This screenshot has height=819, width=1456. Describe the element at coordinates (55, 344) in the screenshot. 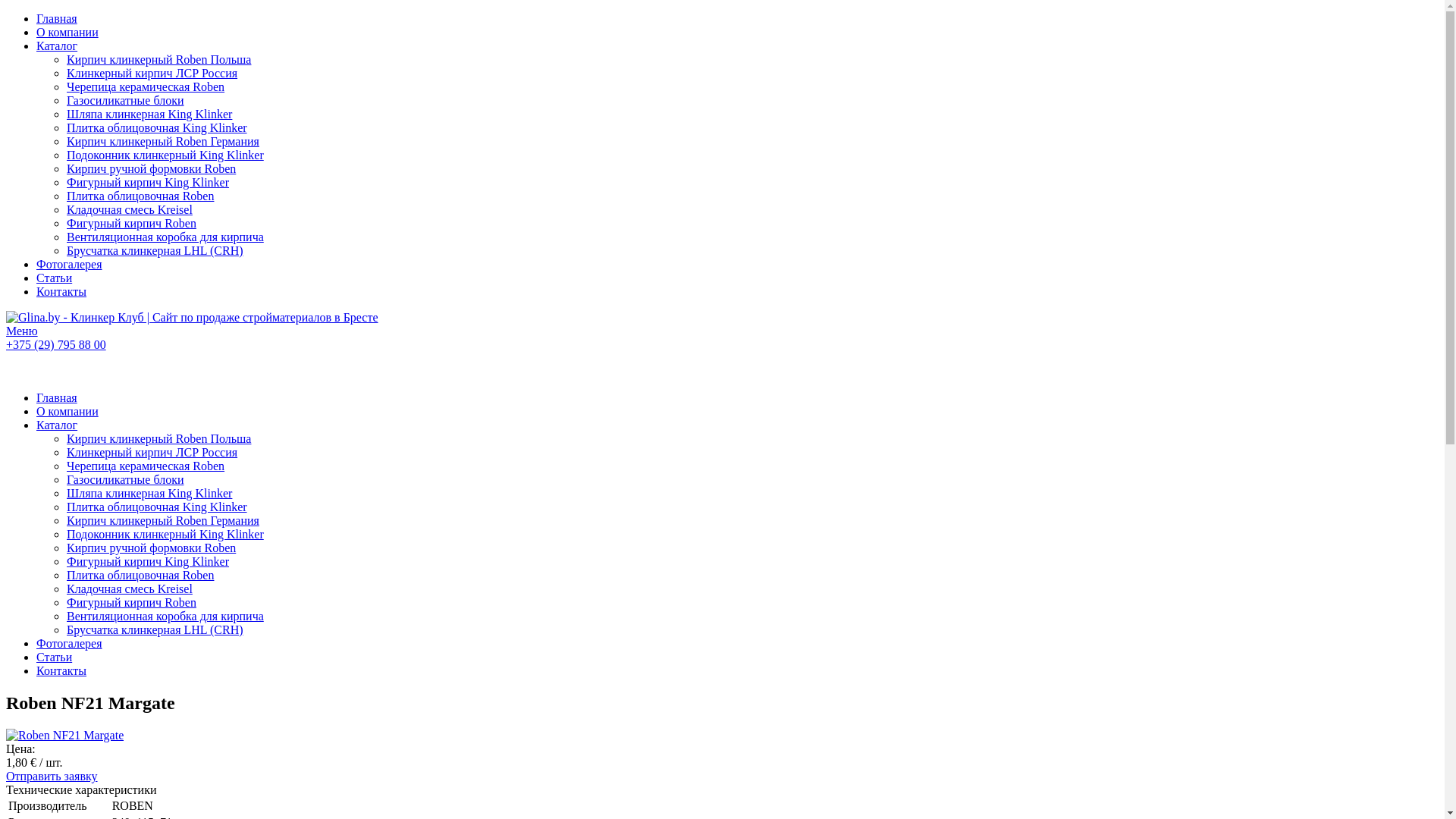

I see `'+375 (29) 795 88 00'` at that location.